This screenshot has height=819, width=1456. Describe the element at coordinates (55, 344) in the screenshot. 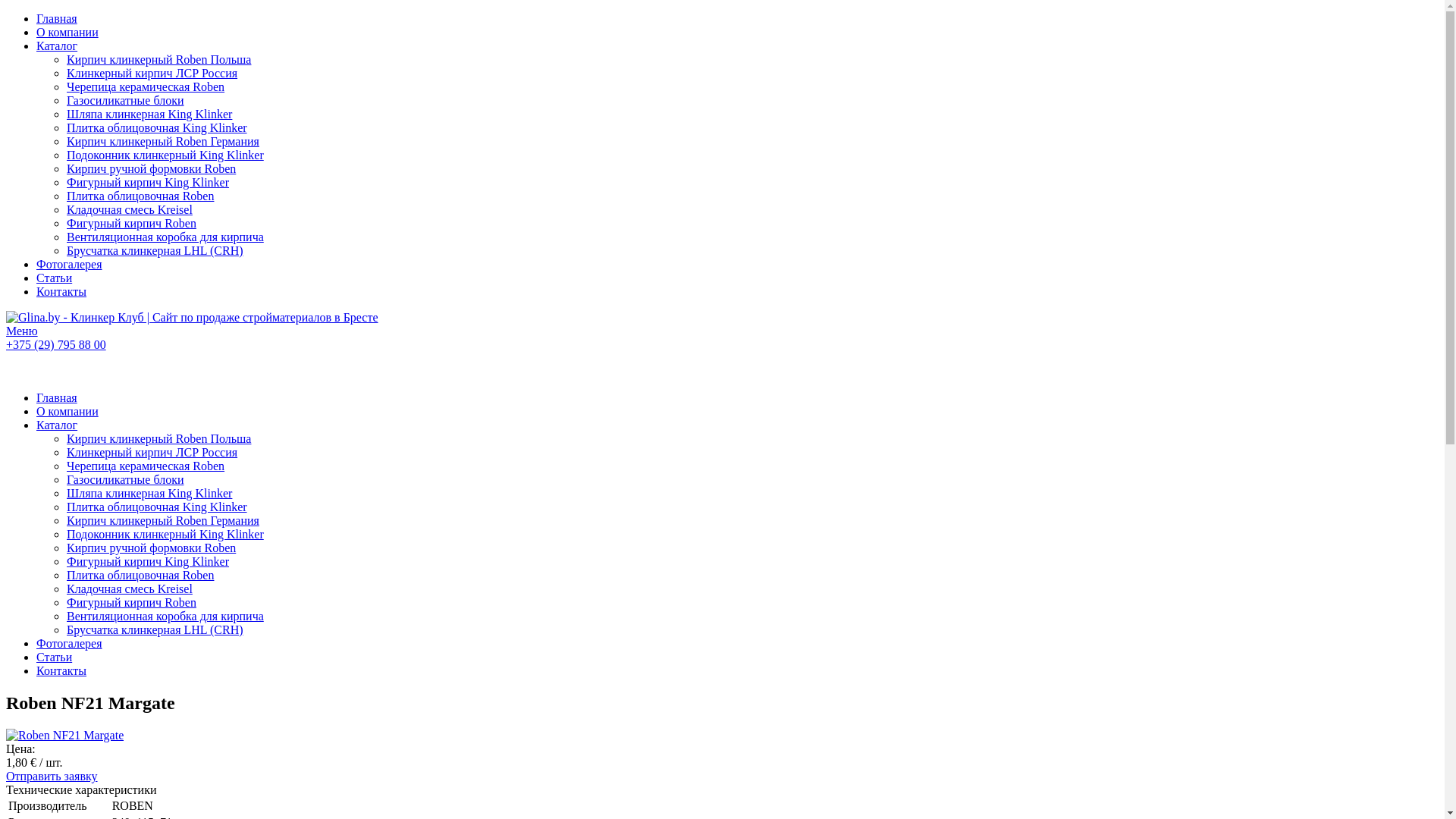

I see `'+375 (29) 795 88 00'` at that location.